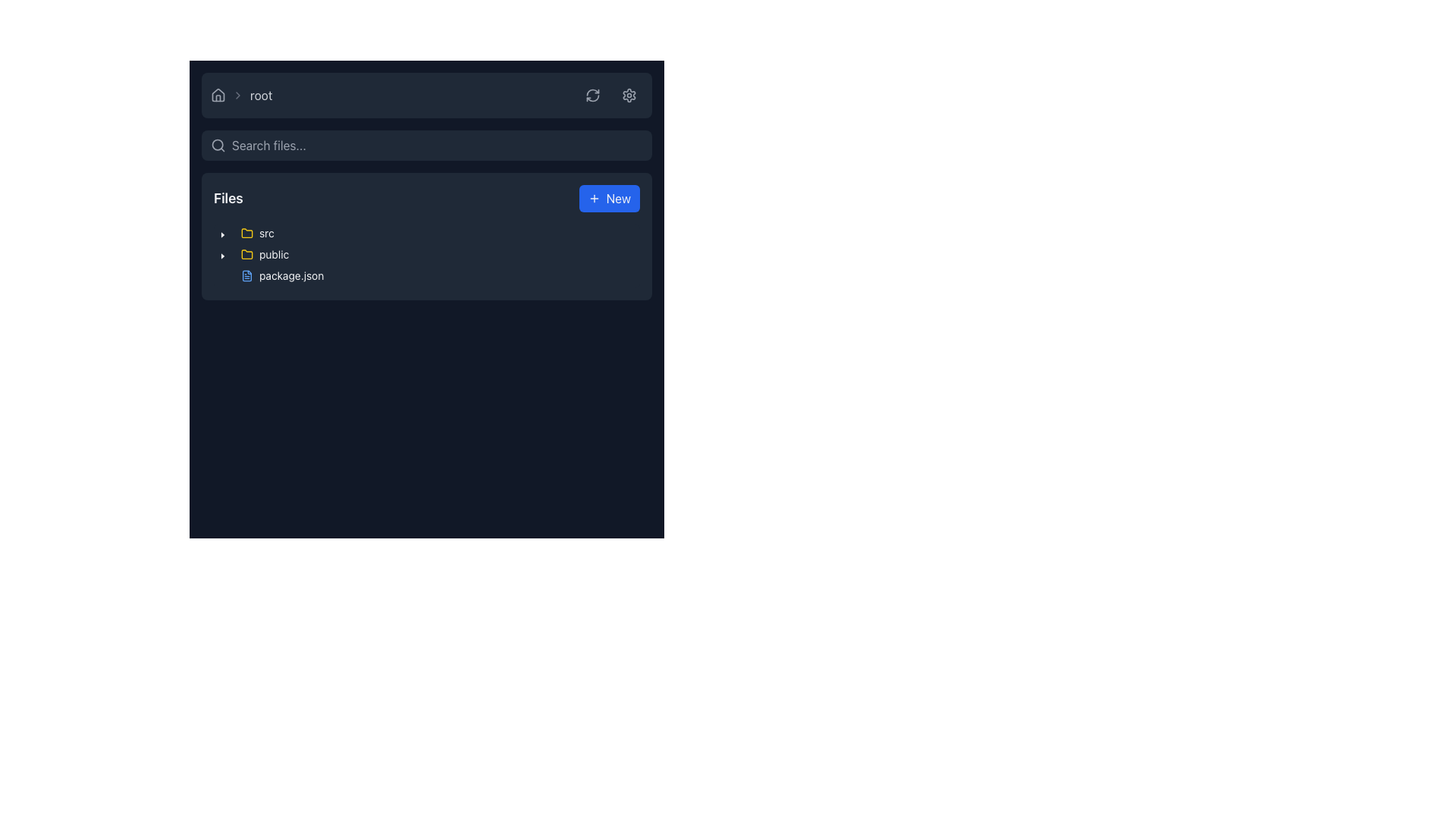 The height and width of the screenshot is (819, 1456). I want to click on the document icon with a blue outline located to the left of the 'package.json' text label in the 'Files' section, so click(247, 275).